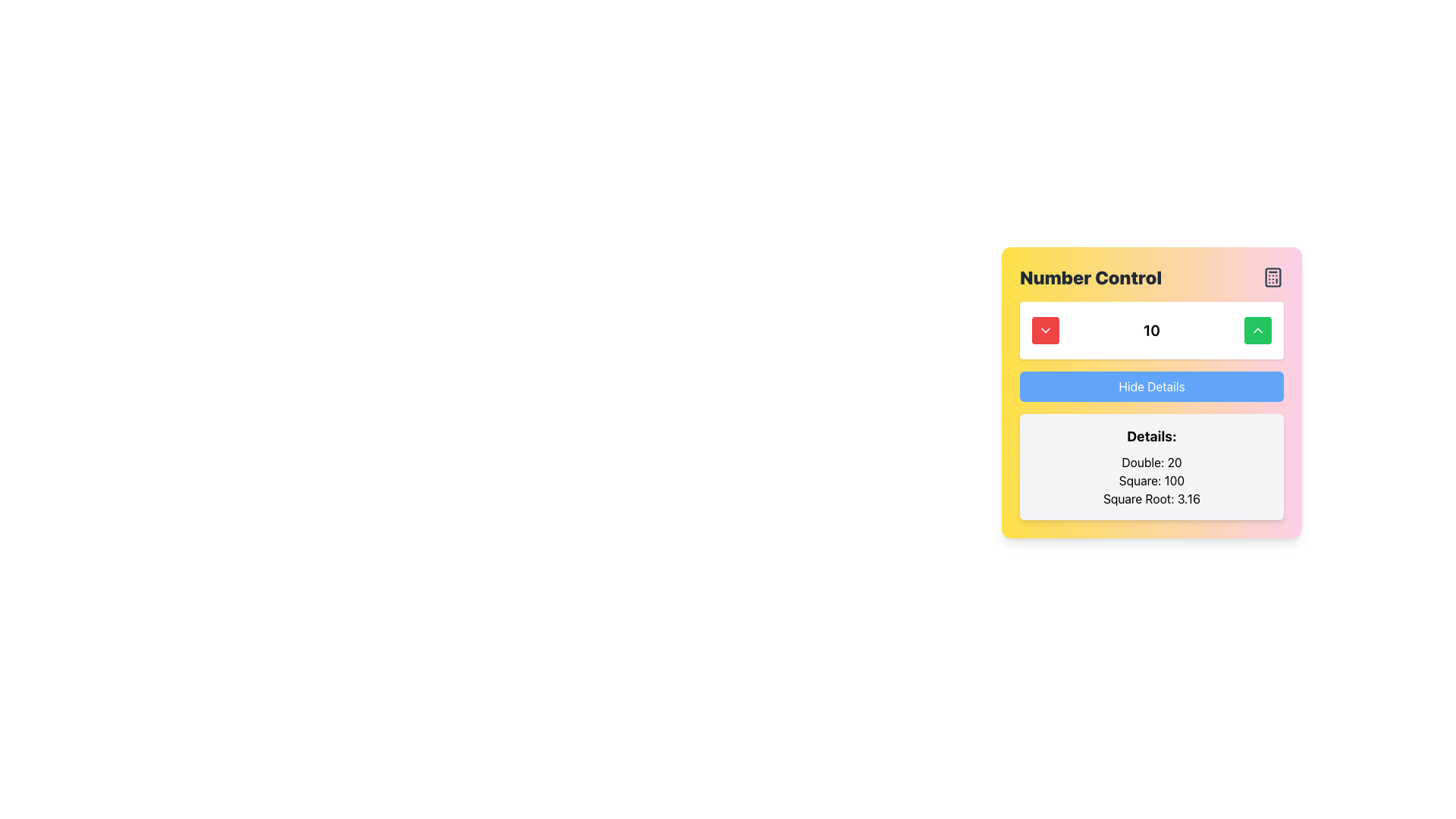  Describe the element at coordinates (1151, 480) in the screenshot. I see `the informational text label that displays the square of the current number, located under the 'Details:' section, between 'Double: 20' and 'Square Root: 3.16'` at that location.